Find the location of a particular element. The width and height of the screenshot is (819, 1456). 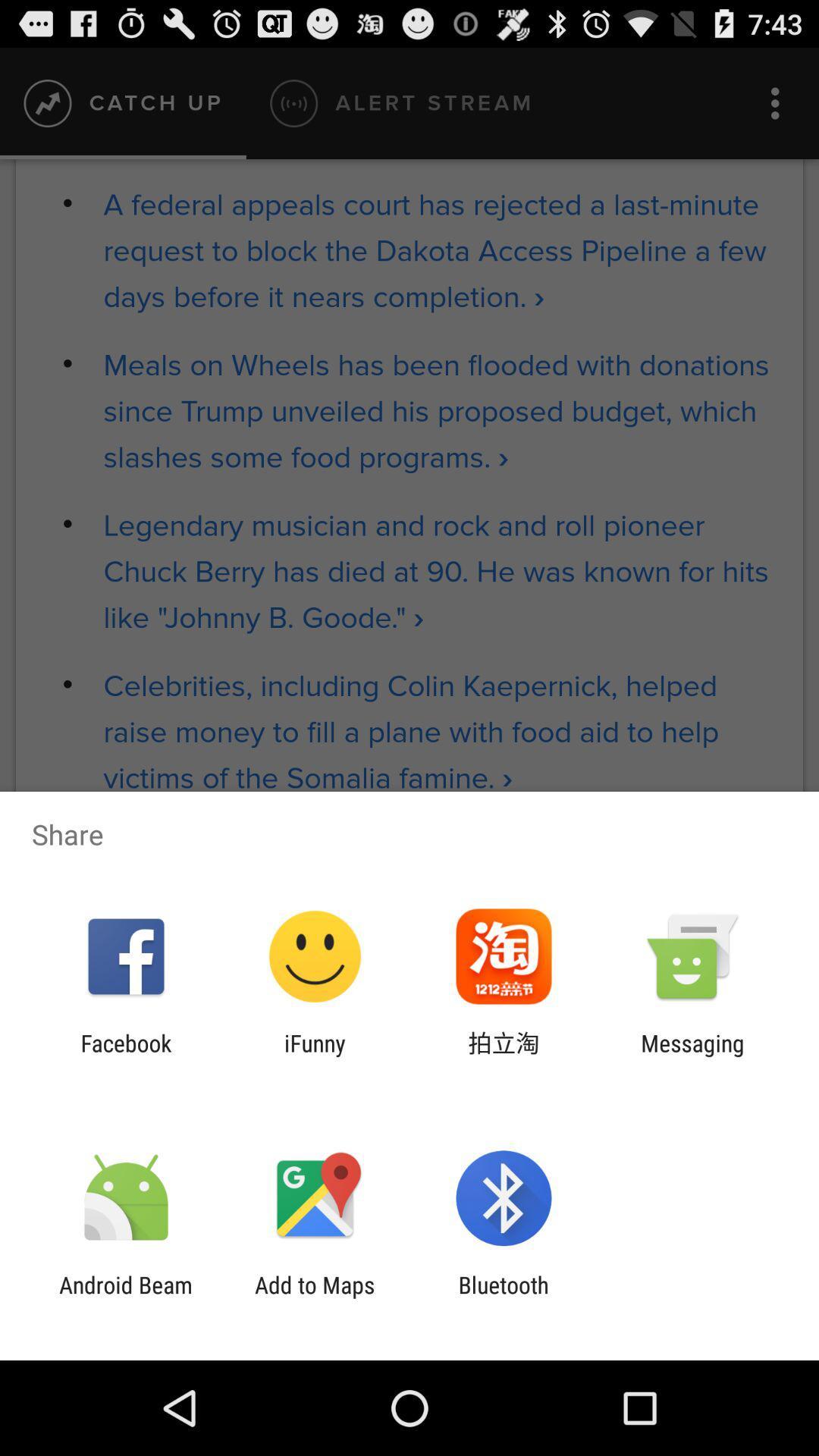

item to the right of android beam item is located at coordinates (314, 1298).